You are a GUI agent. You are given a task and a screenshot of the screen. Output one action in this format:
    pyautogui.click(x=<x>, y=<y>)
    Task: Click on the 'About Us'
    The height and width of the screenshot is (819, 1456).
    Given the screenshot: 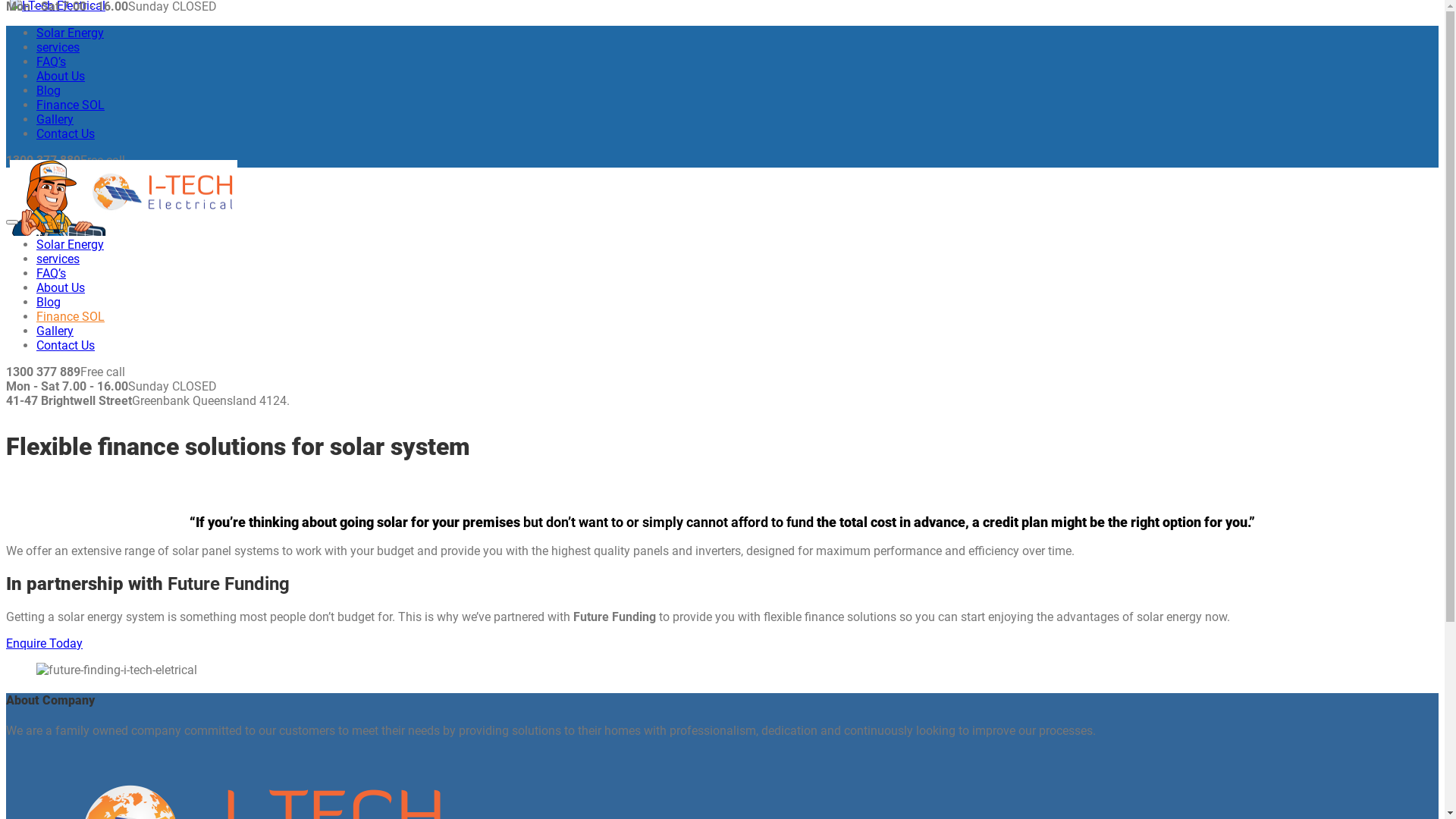 What is the action you would take?
    pyautogui.click(x=61, y=287)
    